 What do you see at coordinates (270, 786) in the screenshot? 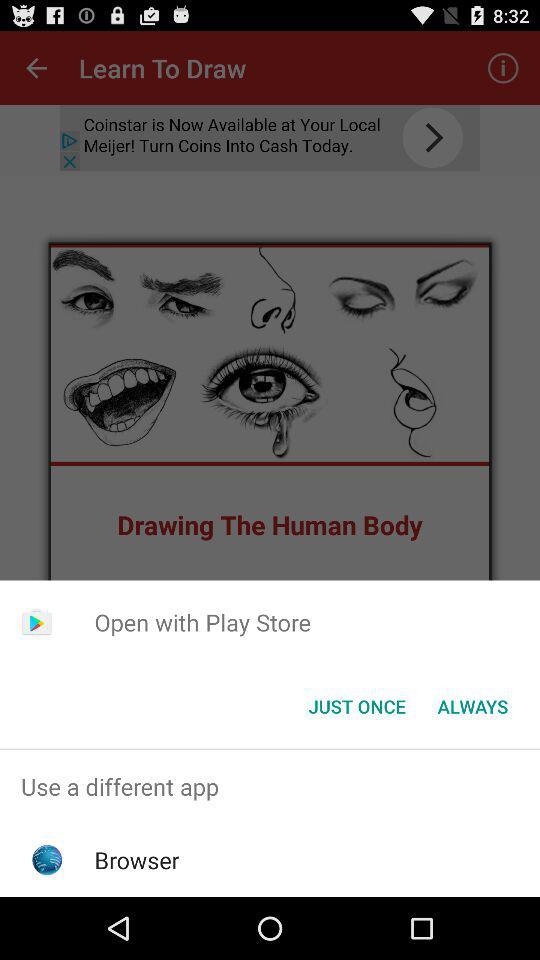
I see `item above browser icon` at bounding box center [270, 786].